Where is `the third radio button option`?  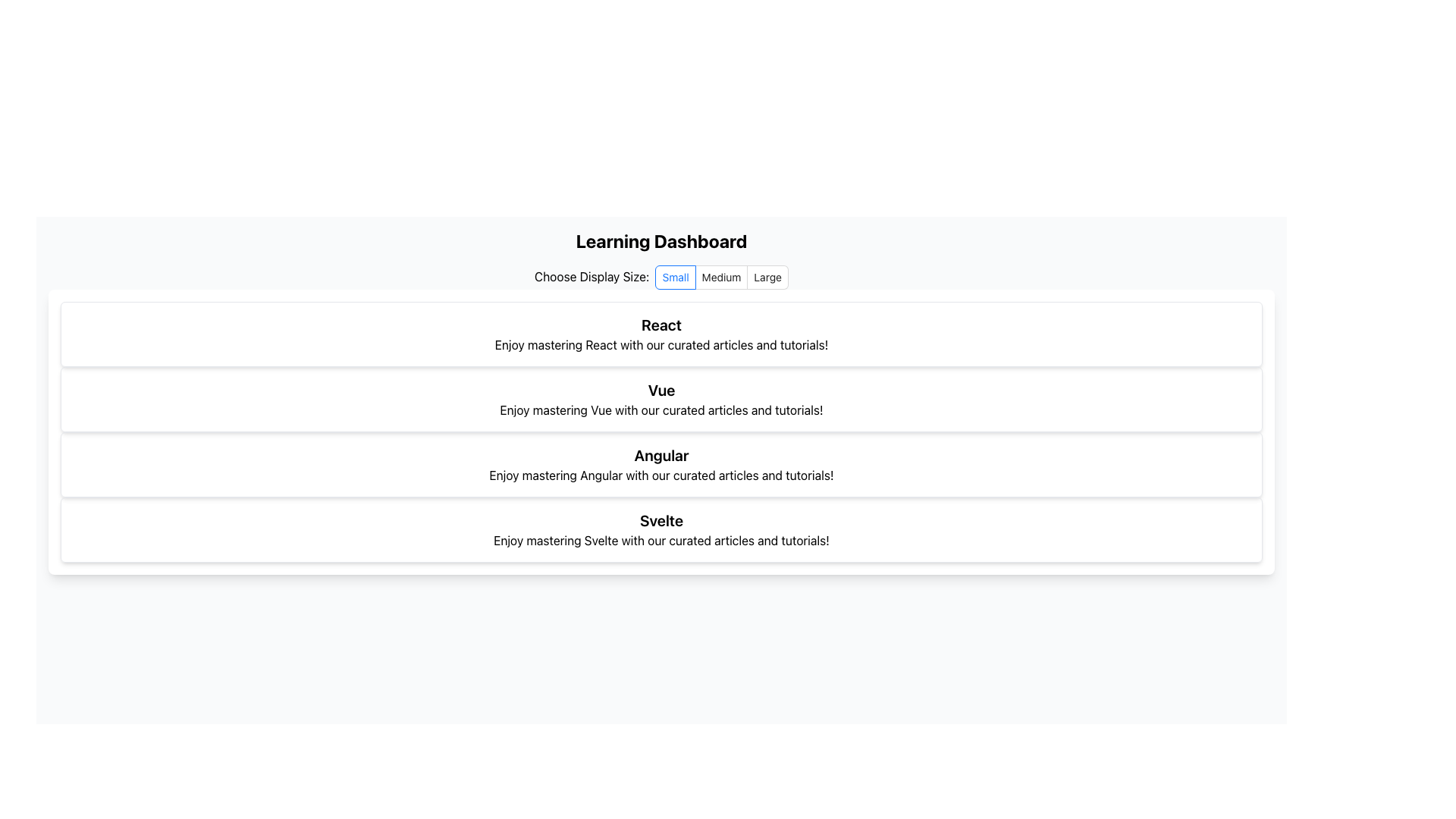
the third radio button option is located at coordinates (768, 278).